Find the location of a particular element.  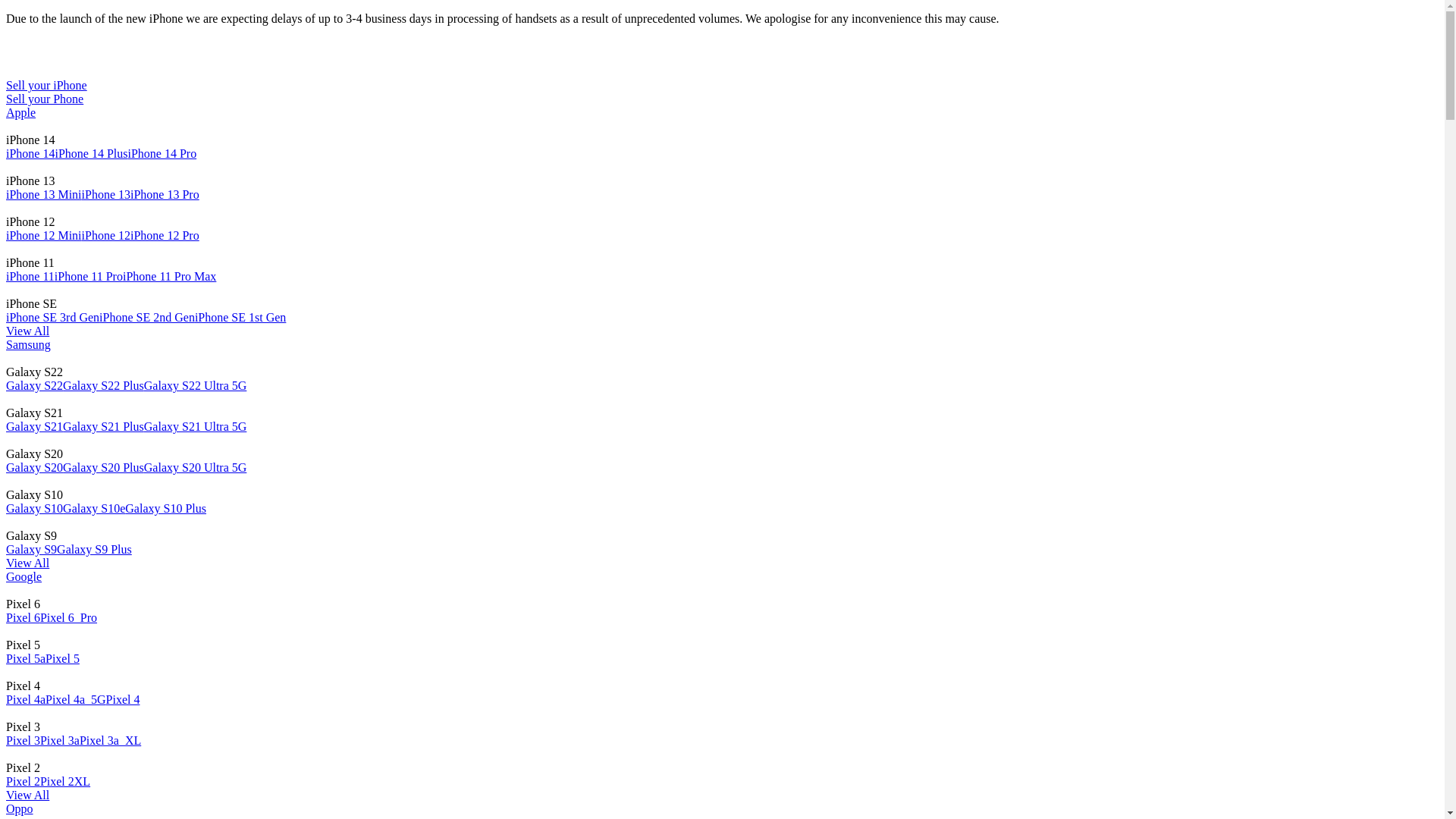

'iPhone 14 Pro' is located at coordinates (162, 153).